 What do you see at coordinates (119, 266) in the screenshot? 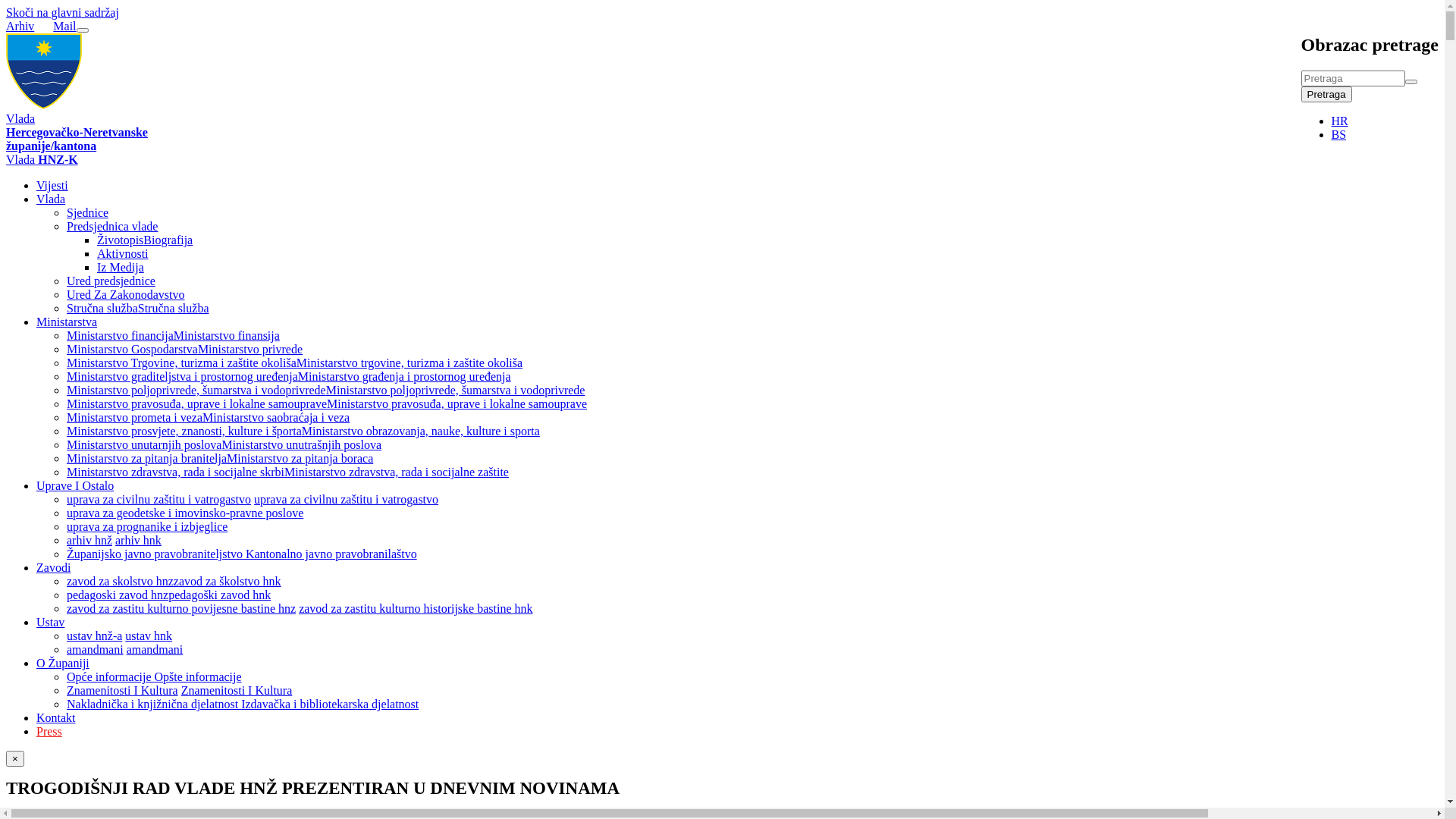
I see `'Iz Medija'` at bounding box center [119, 266].